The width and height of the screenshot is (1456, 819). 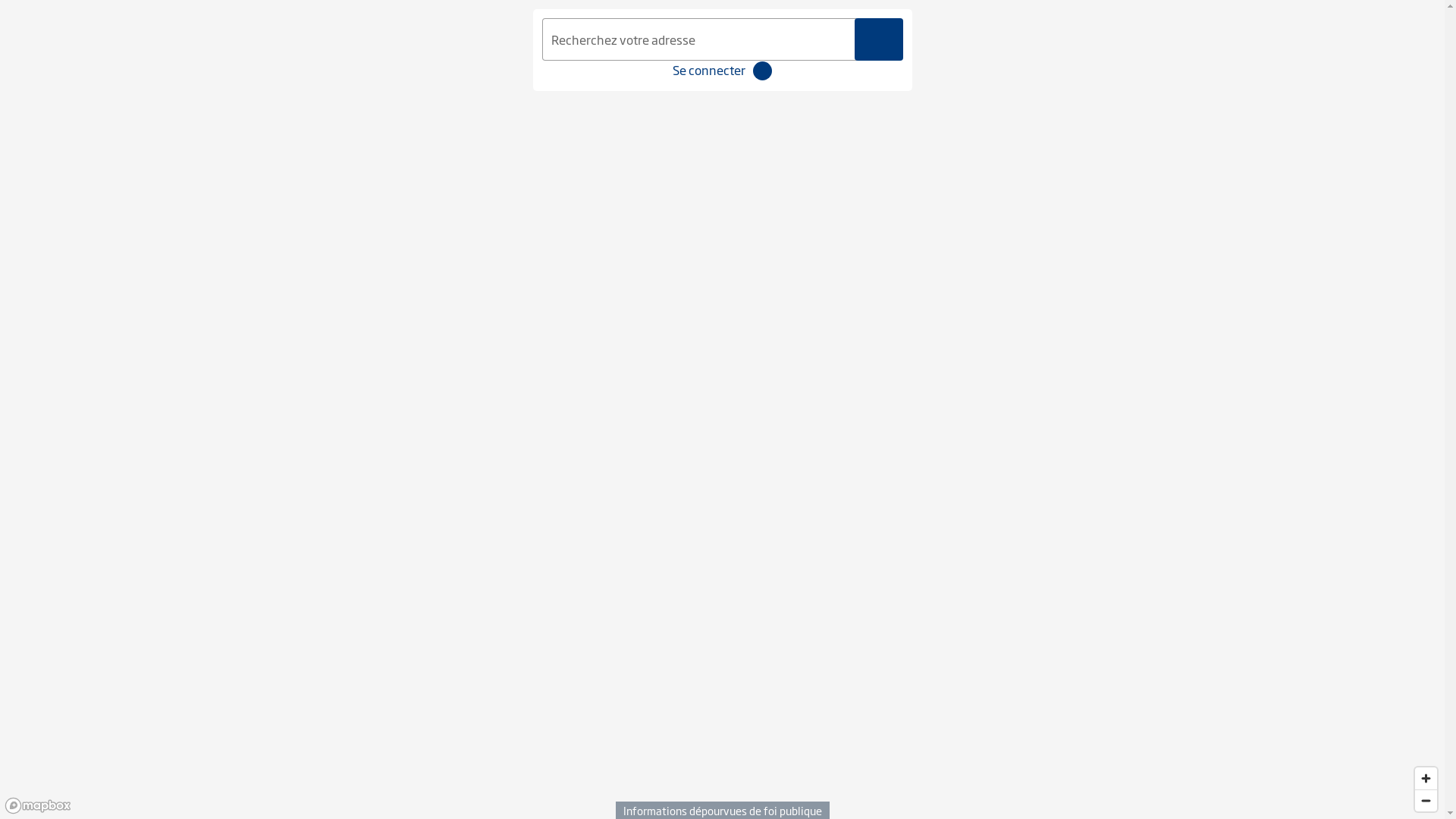 What do you see at coordinates (708, 70) in the screenshot?
I see `'Se connecter'` at bounding box center [708, 70].